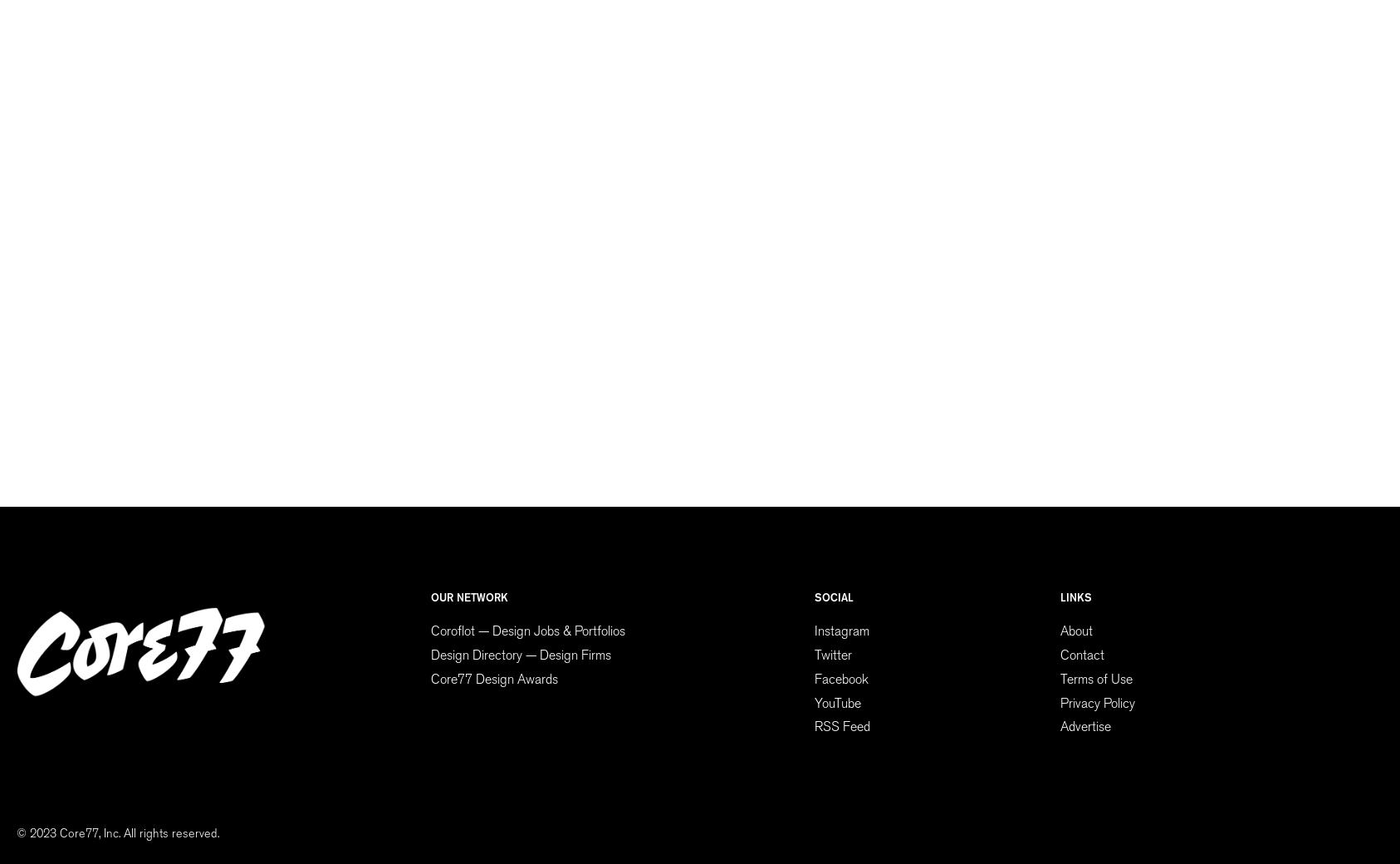 This screenshot has width=1400, height=864. Describe the element at coordinates (1095, 677) in the screenshot. I see `'Terms of Use'` at that location.